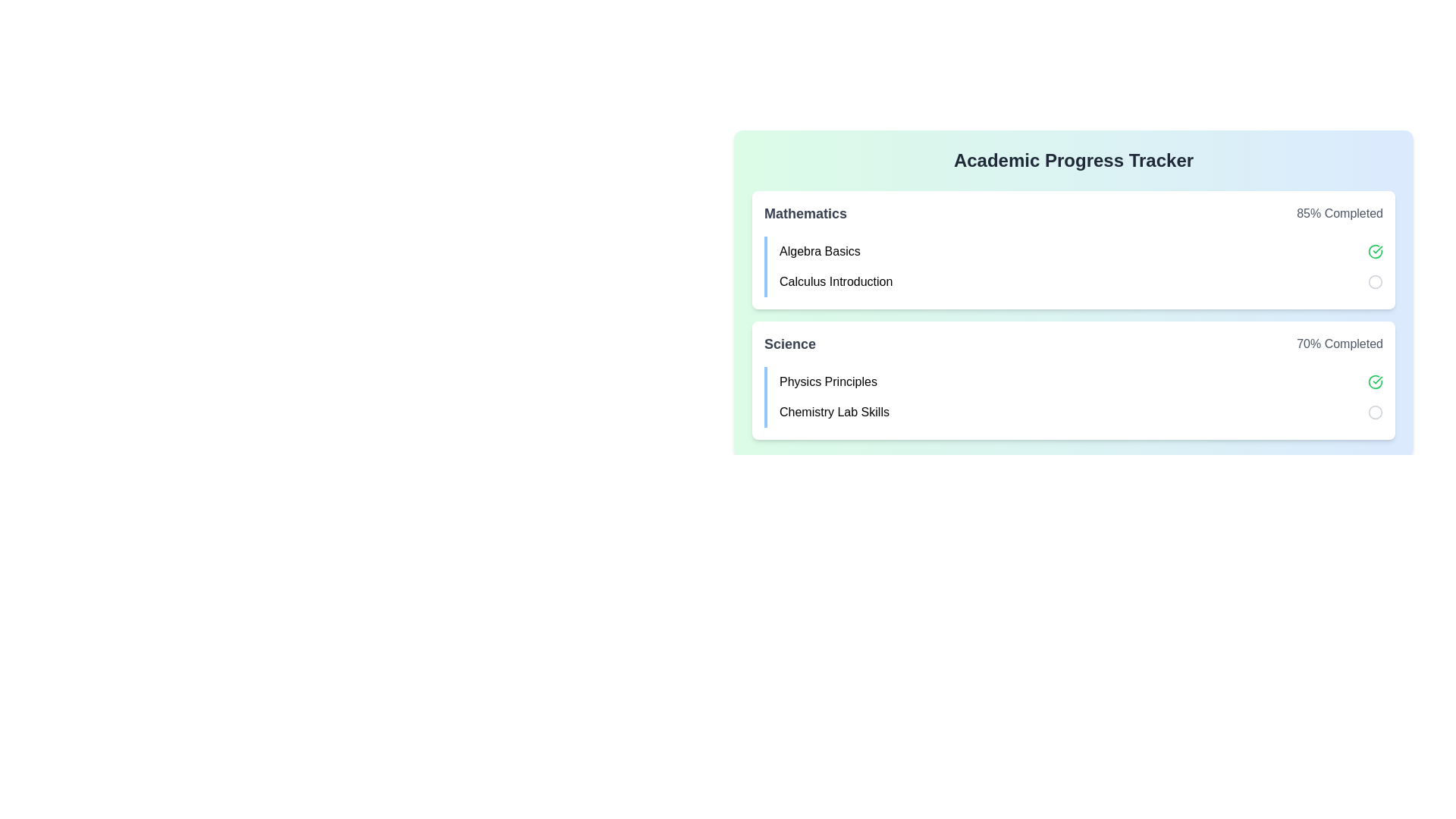  I want to click on the check symbol associated with the second list item in the 'Science' progress tracker to update its status, so click(1073, 397).